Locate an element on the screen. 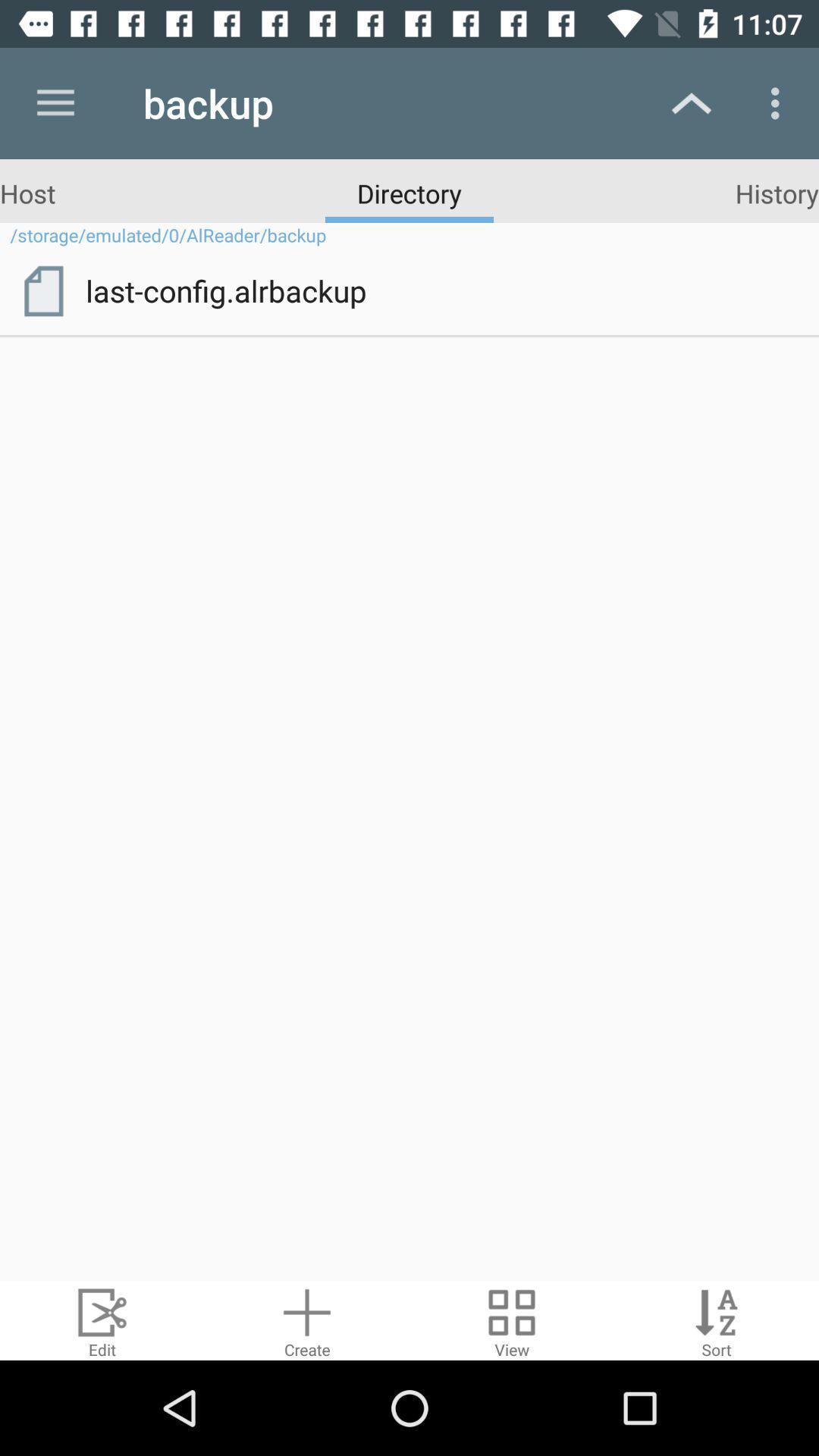 This screenshot has height=1456, width=819. item to the left of last-config.alrbackup icon is located at coordinates (42, 291).